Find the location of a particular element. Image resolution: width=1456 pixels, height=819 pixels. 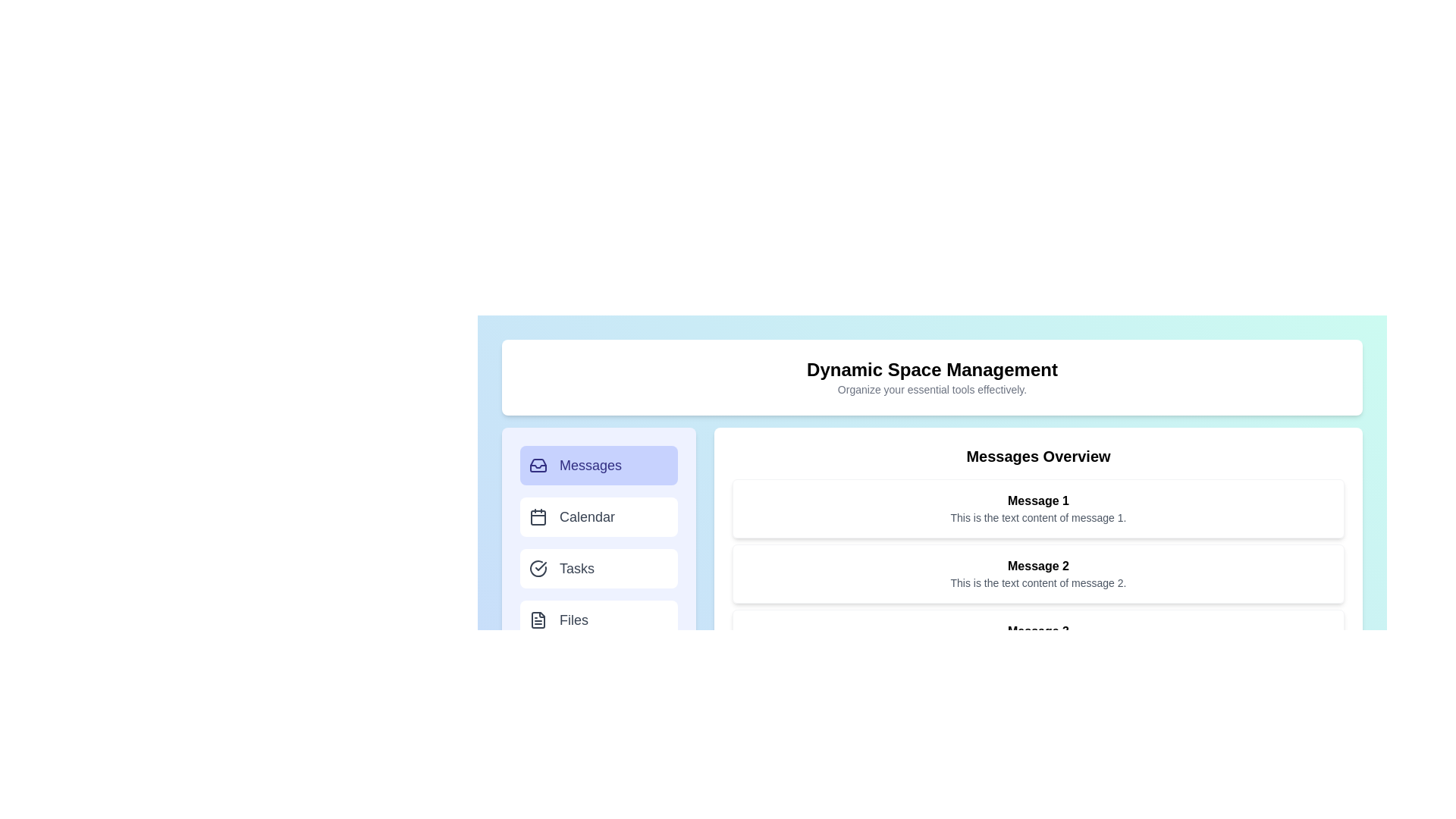

the circular icon with a checkmark in the center, located in the navigation sidebar under the 'Tasks' list item is located at coordinates (538, 568).